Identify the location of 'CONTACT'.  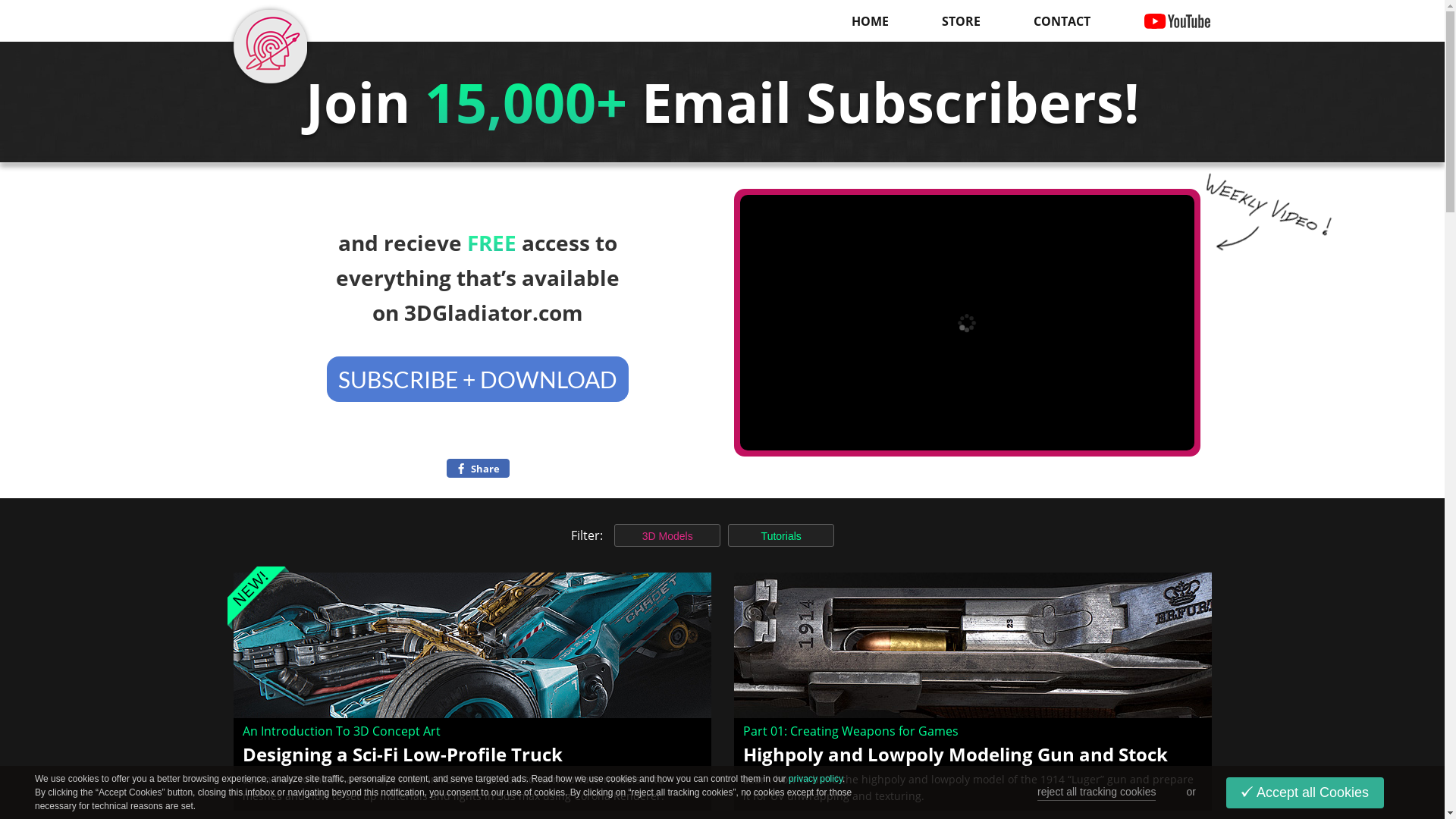
(1060, 20).